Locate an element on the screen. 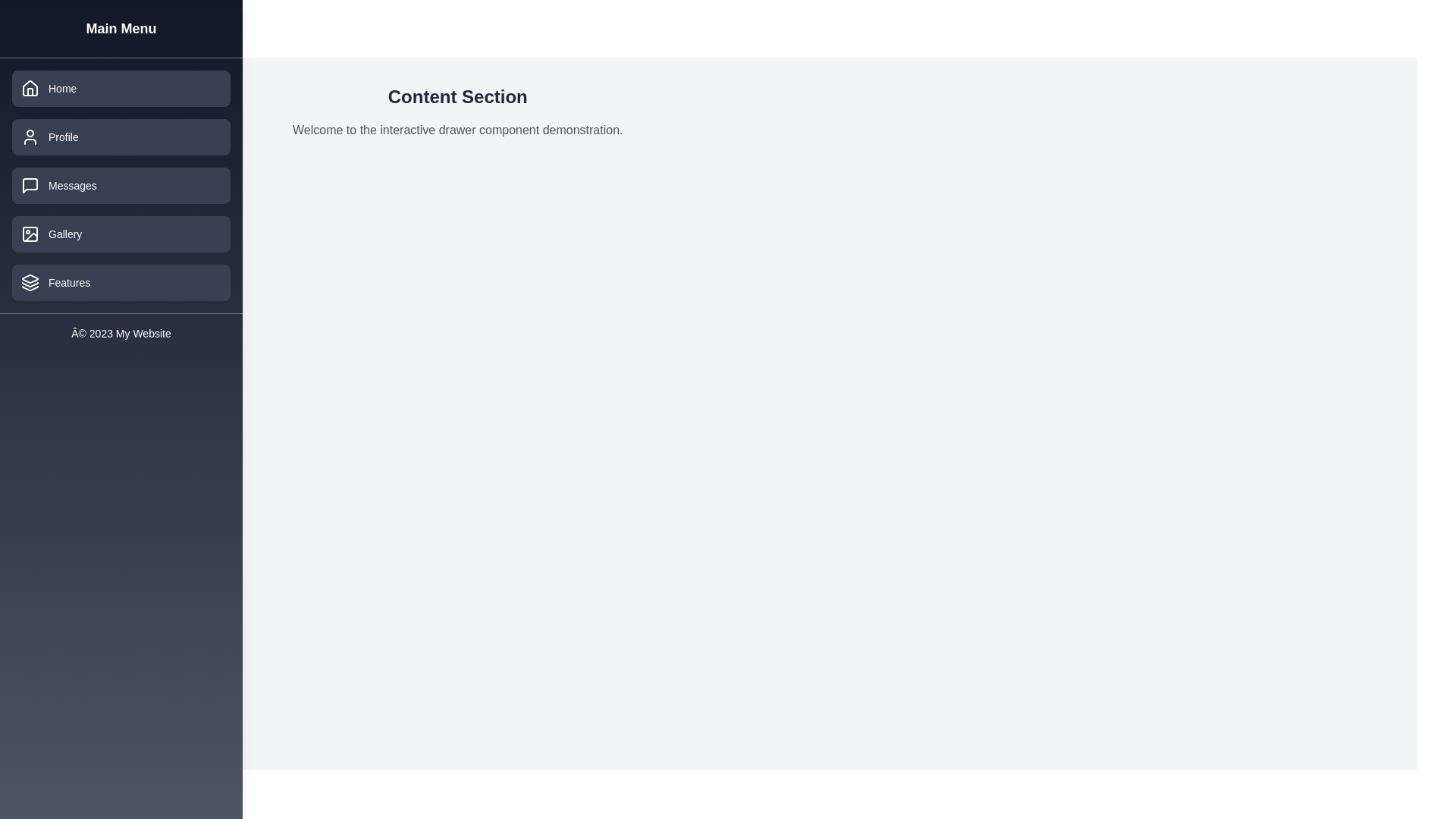  the 'Profile' button located in the sidebar menu, which is positioned below the 'Home' item and above the 'Messages' item is located at coordinates (120, 137).